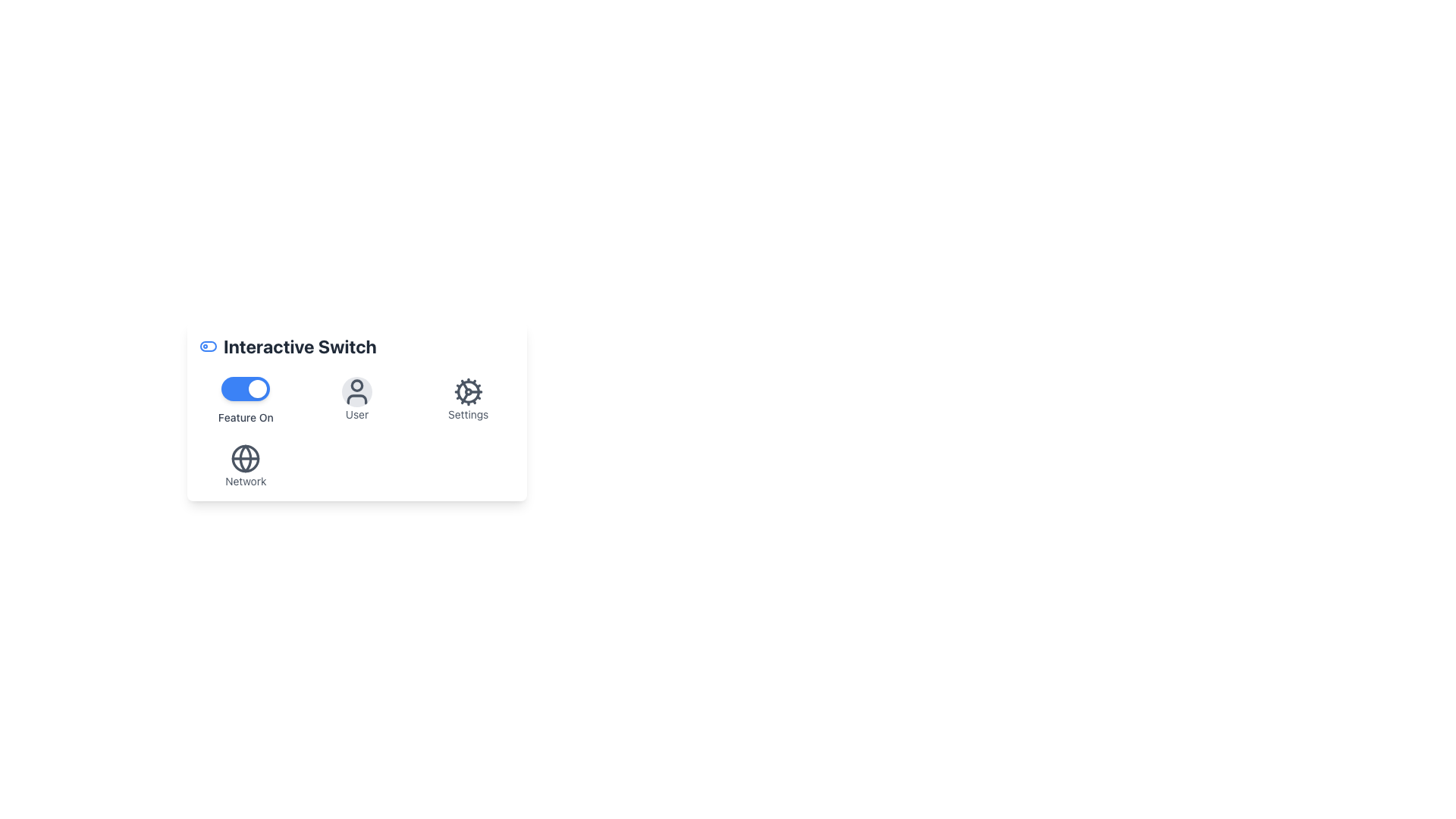 The image size is (1456, 819). Describe the element at coordinates (356, 391) in the screenshot. I see `the circular user icon with a white background and gray border, which features an outline of a person, located centrally above the text label 'User'` at that location.